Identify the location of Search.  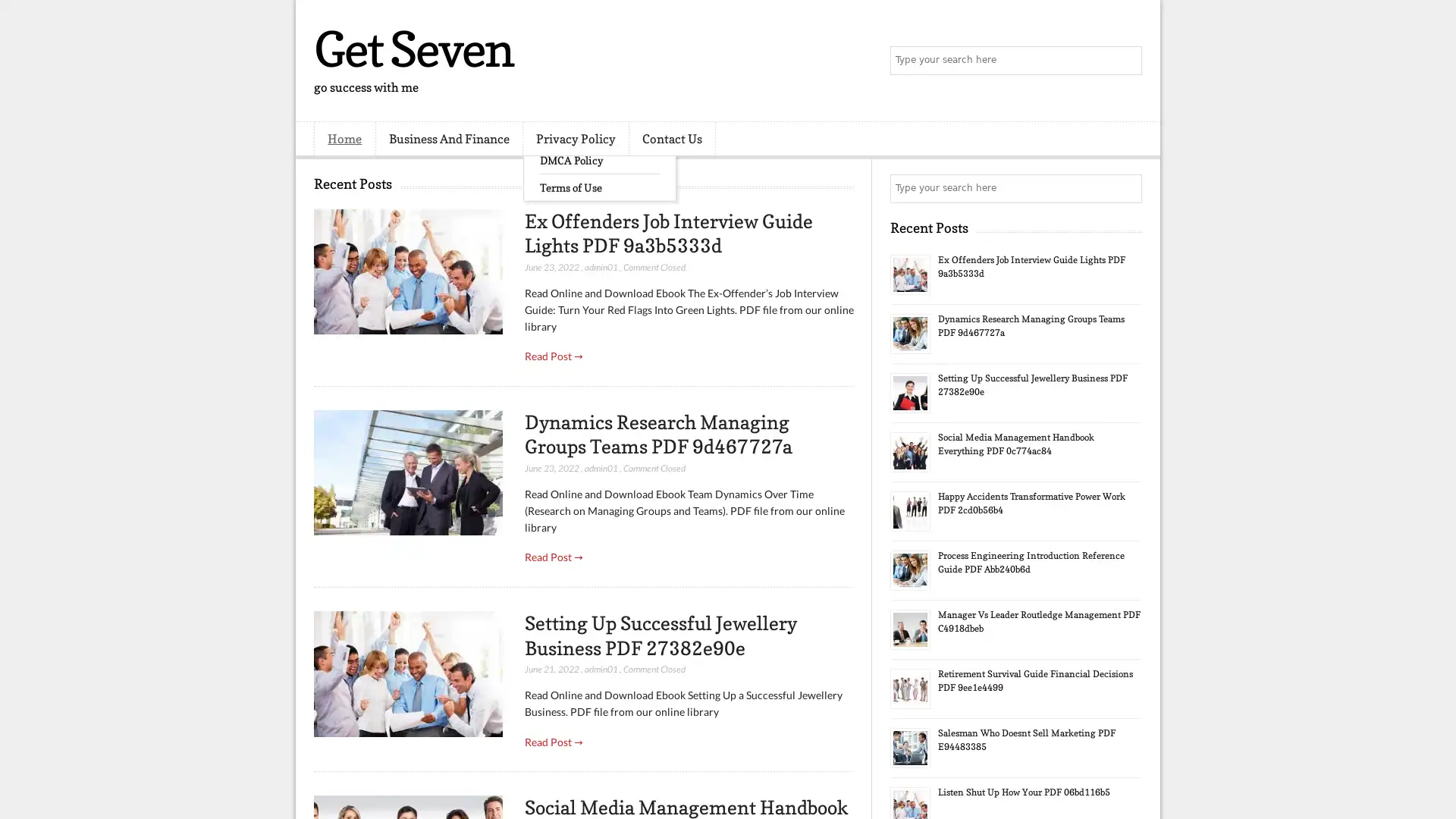
(1126, 188).